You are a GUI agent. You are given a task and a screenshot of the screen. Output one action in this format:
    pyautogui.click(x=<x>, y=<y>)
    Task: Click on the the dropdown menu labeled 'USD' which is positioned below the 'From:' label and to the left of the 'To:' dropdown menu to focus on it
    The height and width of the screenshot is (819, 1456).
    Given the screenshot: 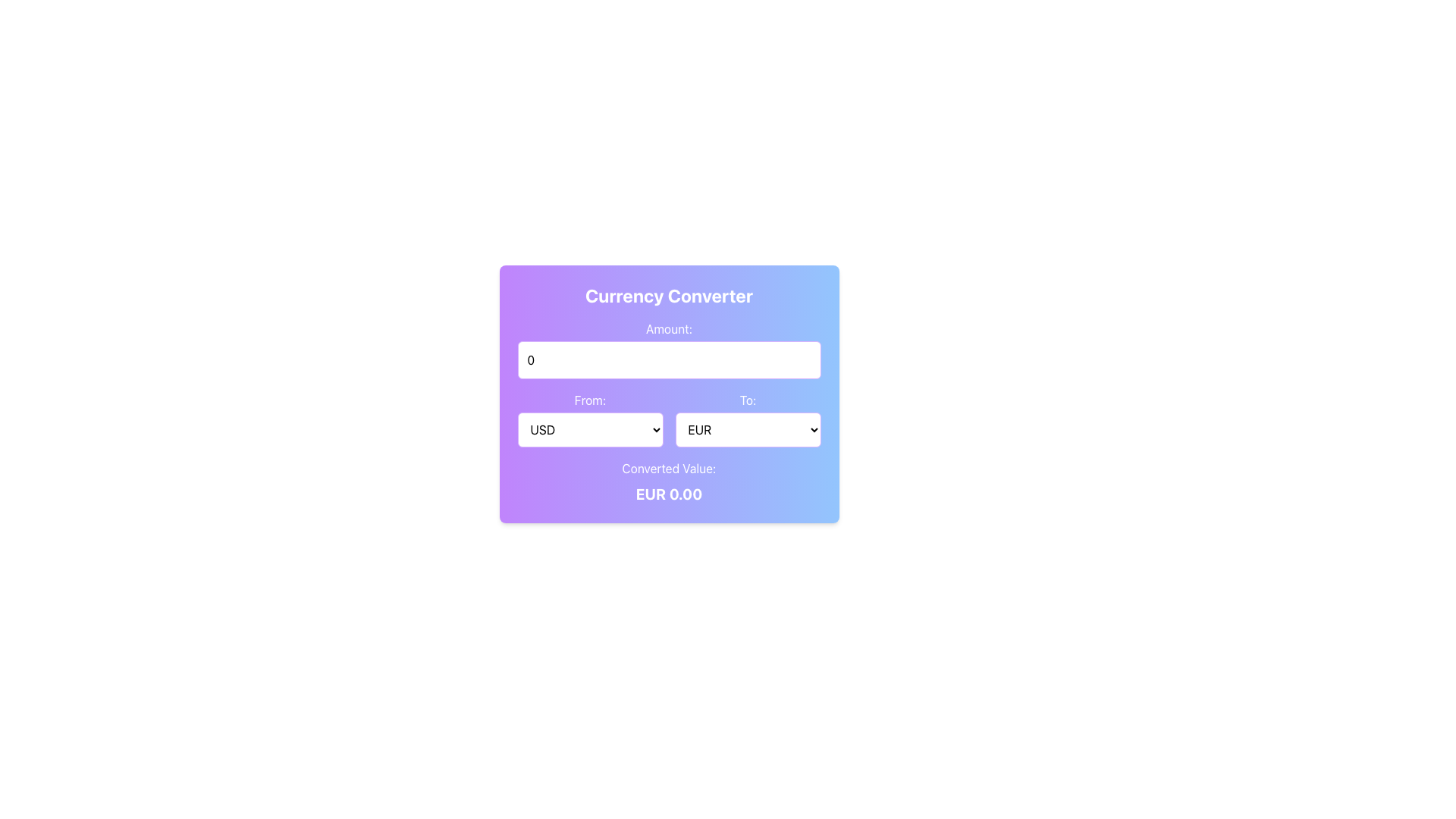 What is the action you would take?
    pyautogui.click(x=589, y=419)
    